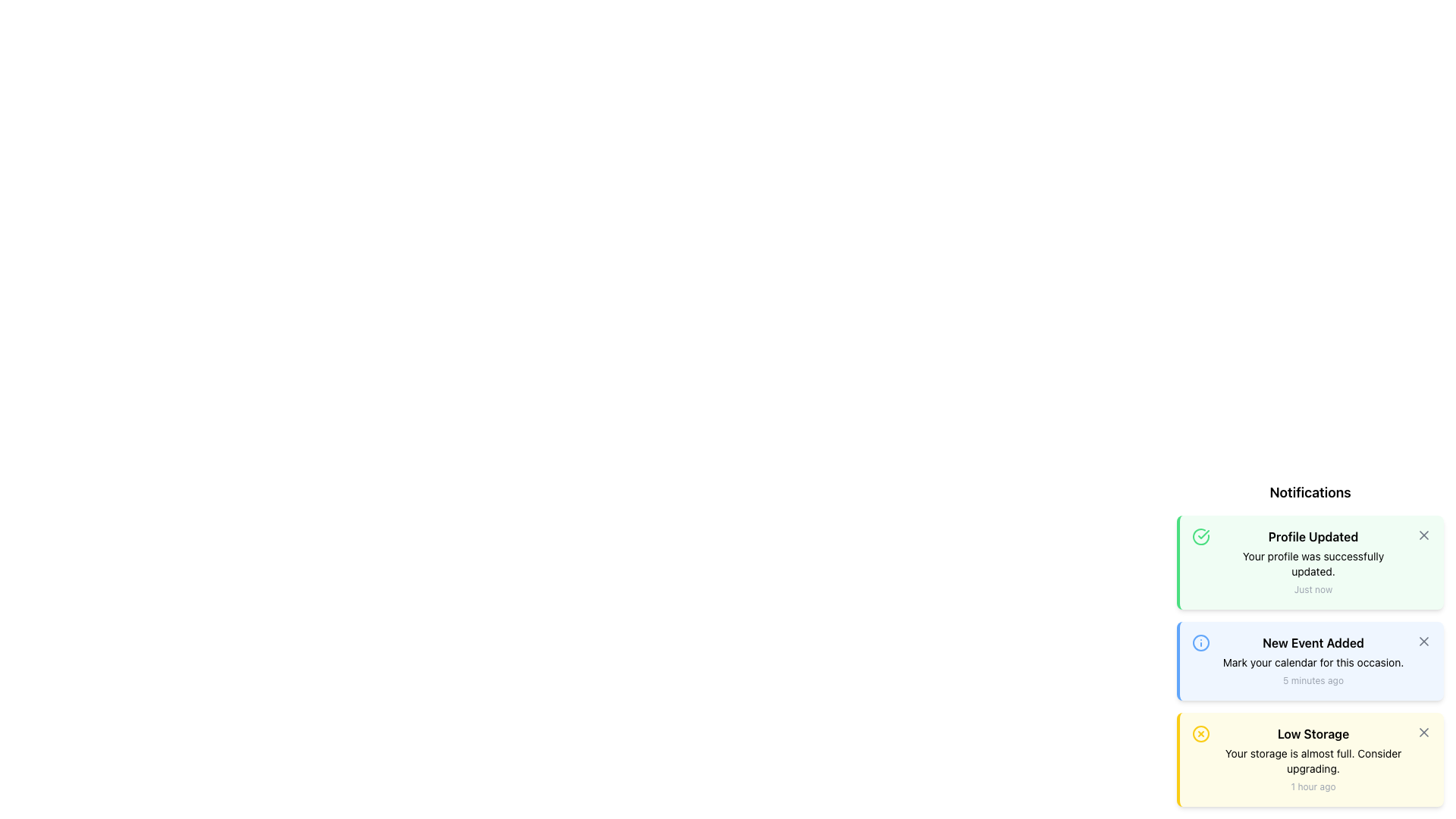 The width and height of the screenshot is (1456, 819). What do you see at coordinates (1313, 562) in the screenshot?
I see `the notification about the successful update of the user's profile, which is displayed in the green notification box on the right side of the interface` at bounding box center [1313, 562].